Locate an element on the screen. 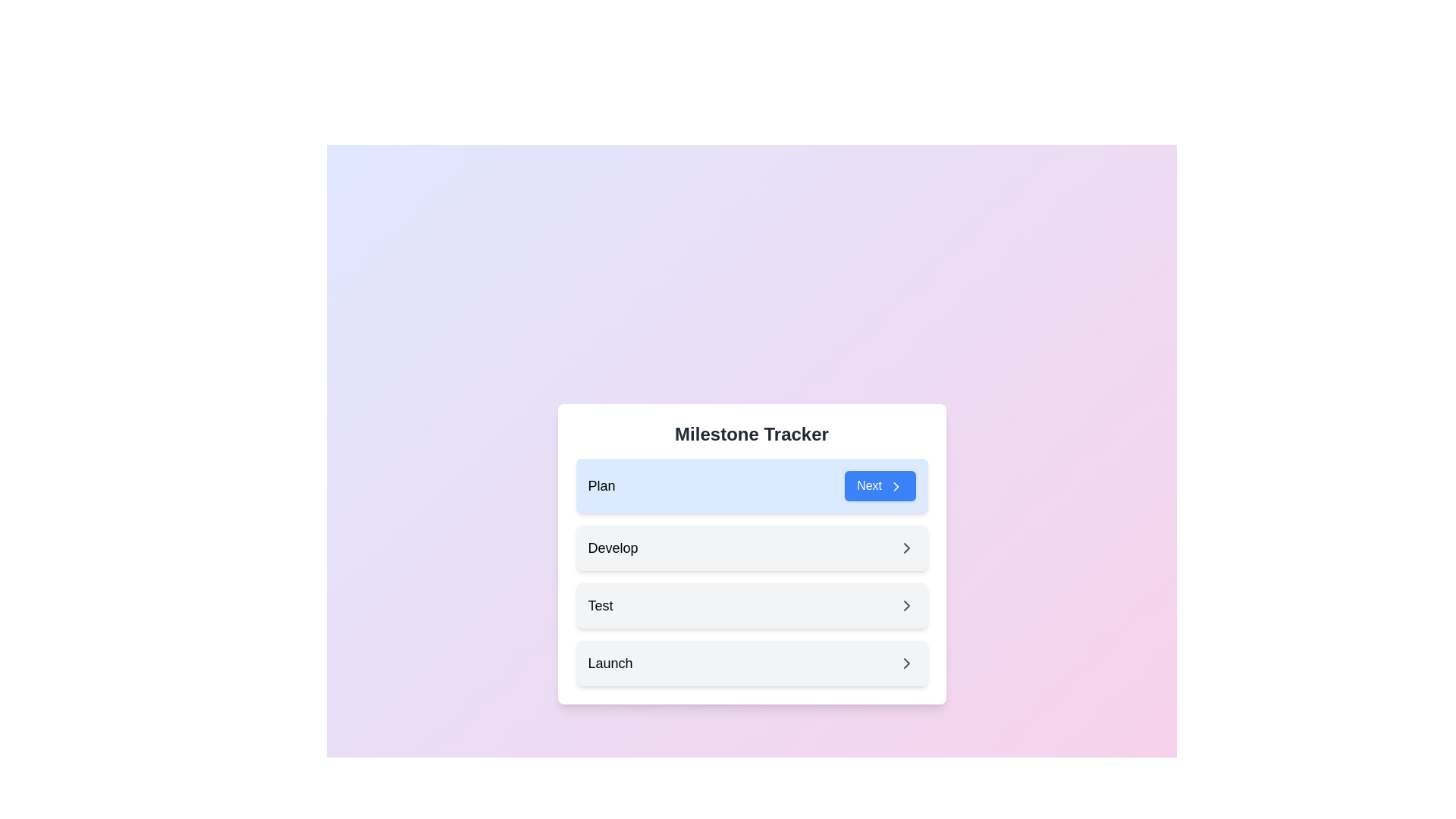 Image resolution: width=1456 pixels, height=819 pixels. the rightward-pointing chevron icon with a gray stroke located in the third row labeled 'Test' is located at coordinates (906, 604).